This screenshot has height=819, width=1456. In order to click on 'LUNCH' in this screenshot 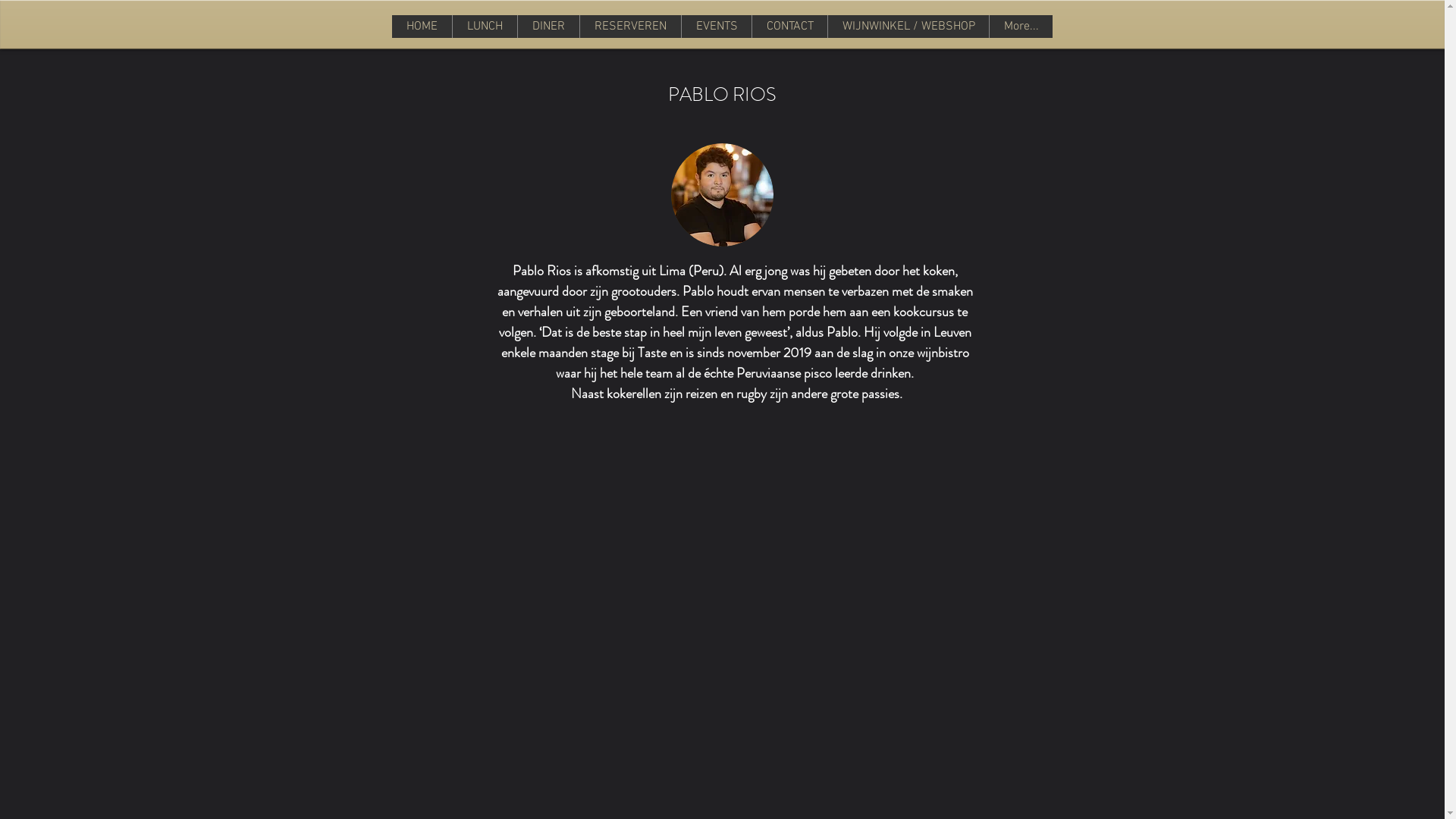, I will do `click(483, 26)`.